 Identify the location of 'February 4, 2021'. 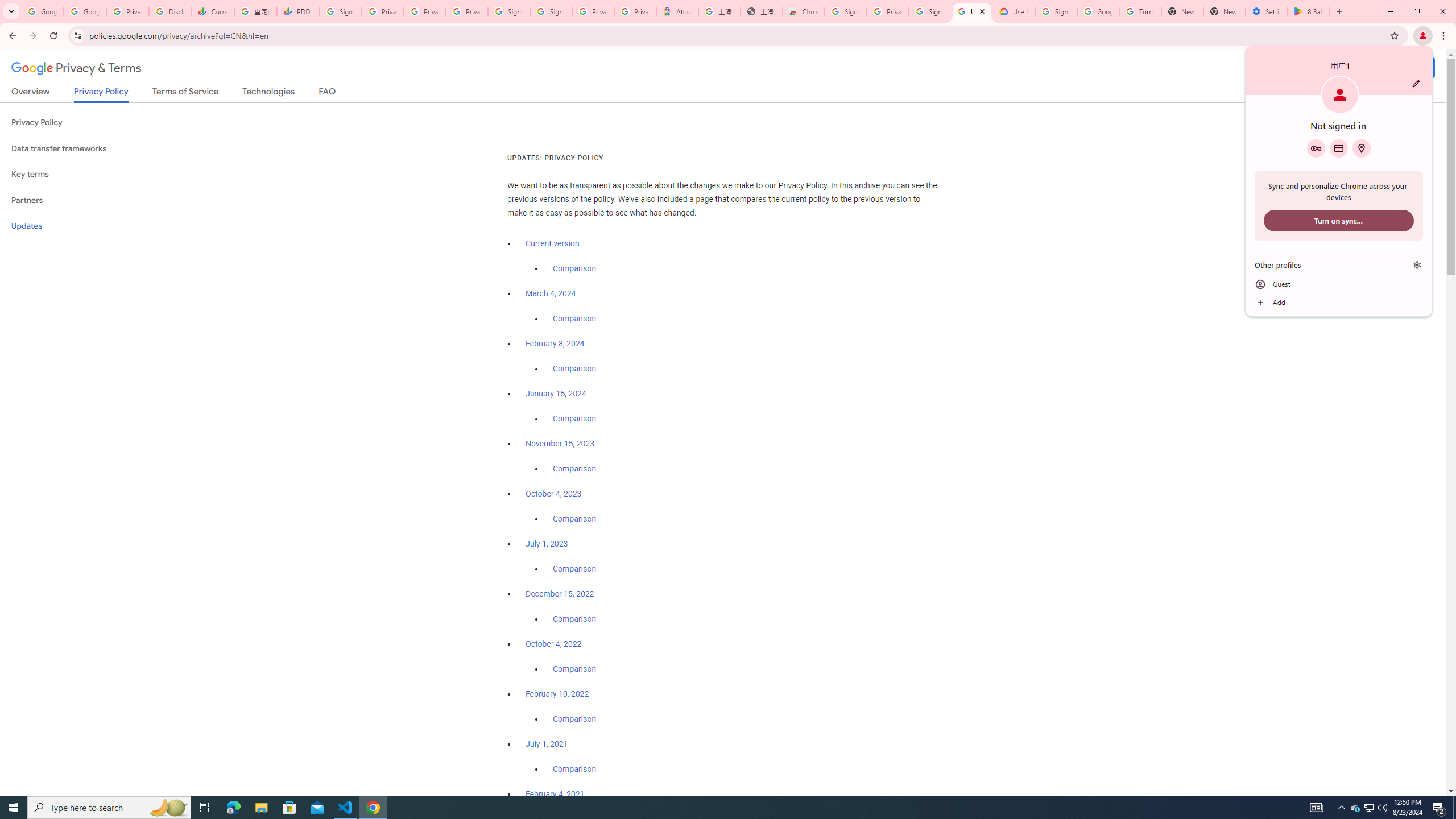
(555, 793).